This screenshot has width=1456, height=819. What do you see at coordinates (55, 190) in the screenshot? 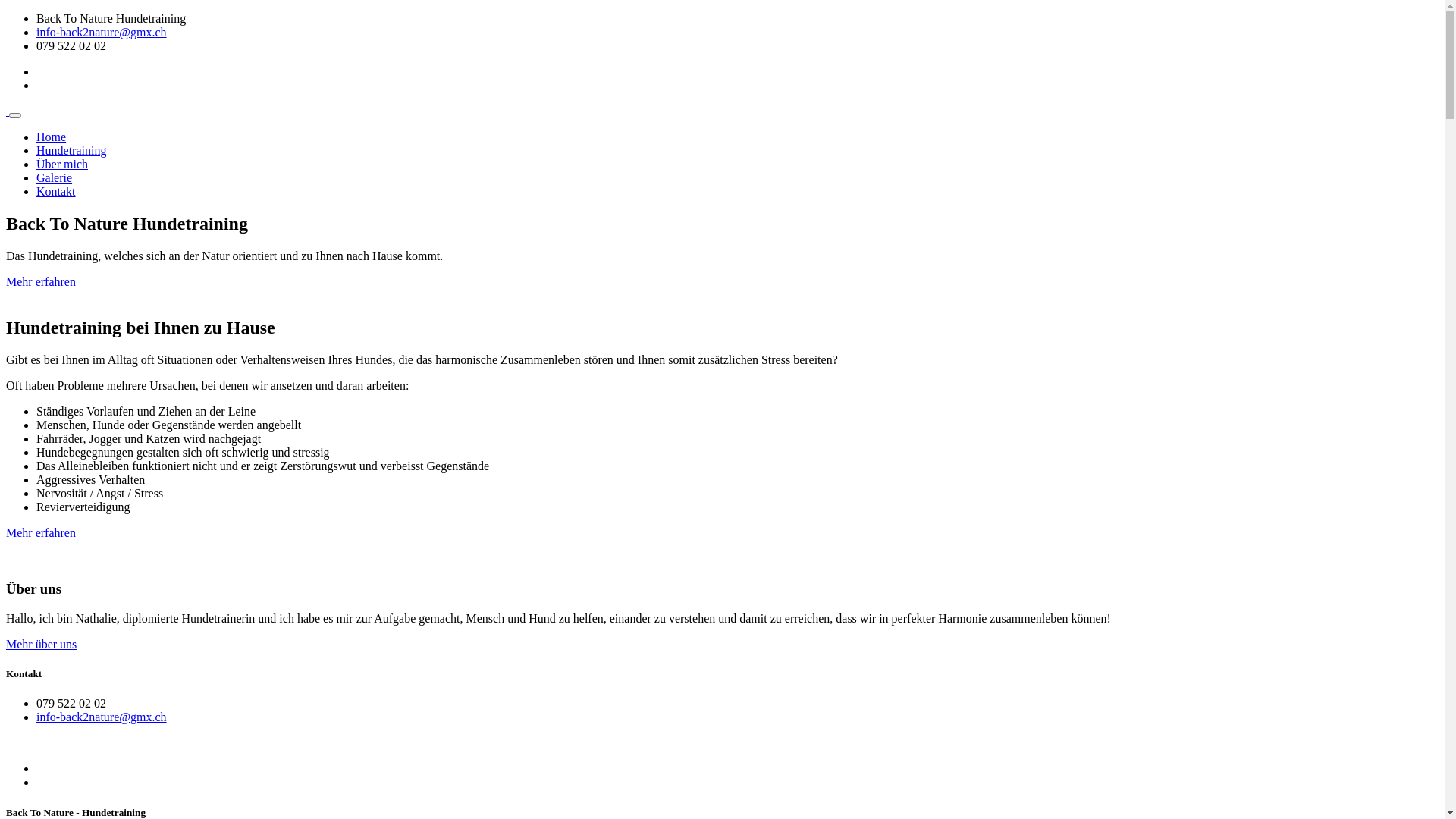
I see `'Kontakt'` at bounding box center [55, 190].